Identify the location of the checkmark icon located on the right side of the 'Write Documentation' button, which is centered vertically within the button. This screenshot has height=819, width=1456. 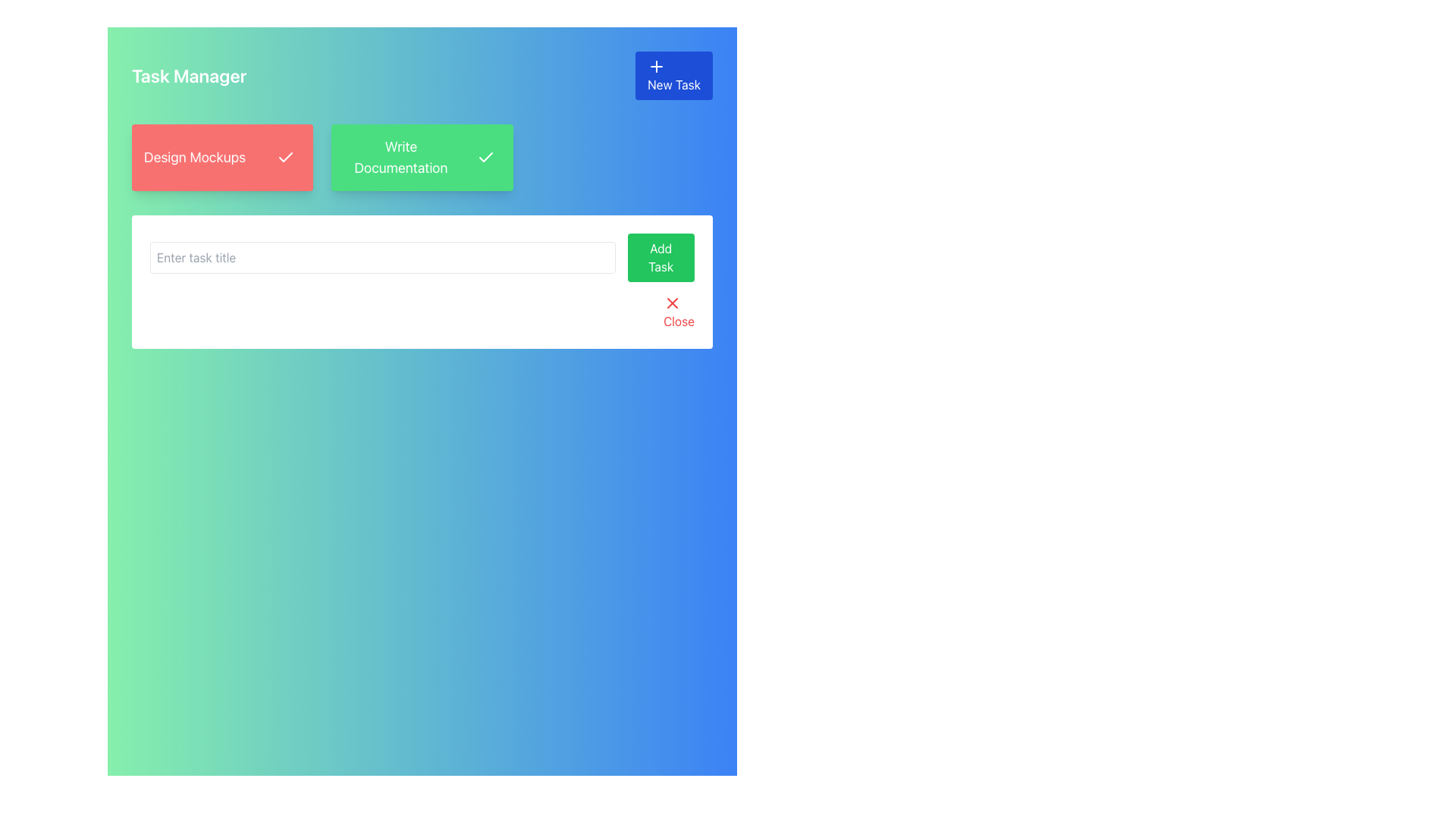
(485, 157).